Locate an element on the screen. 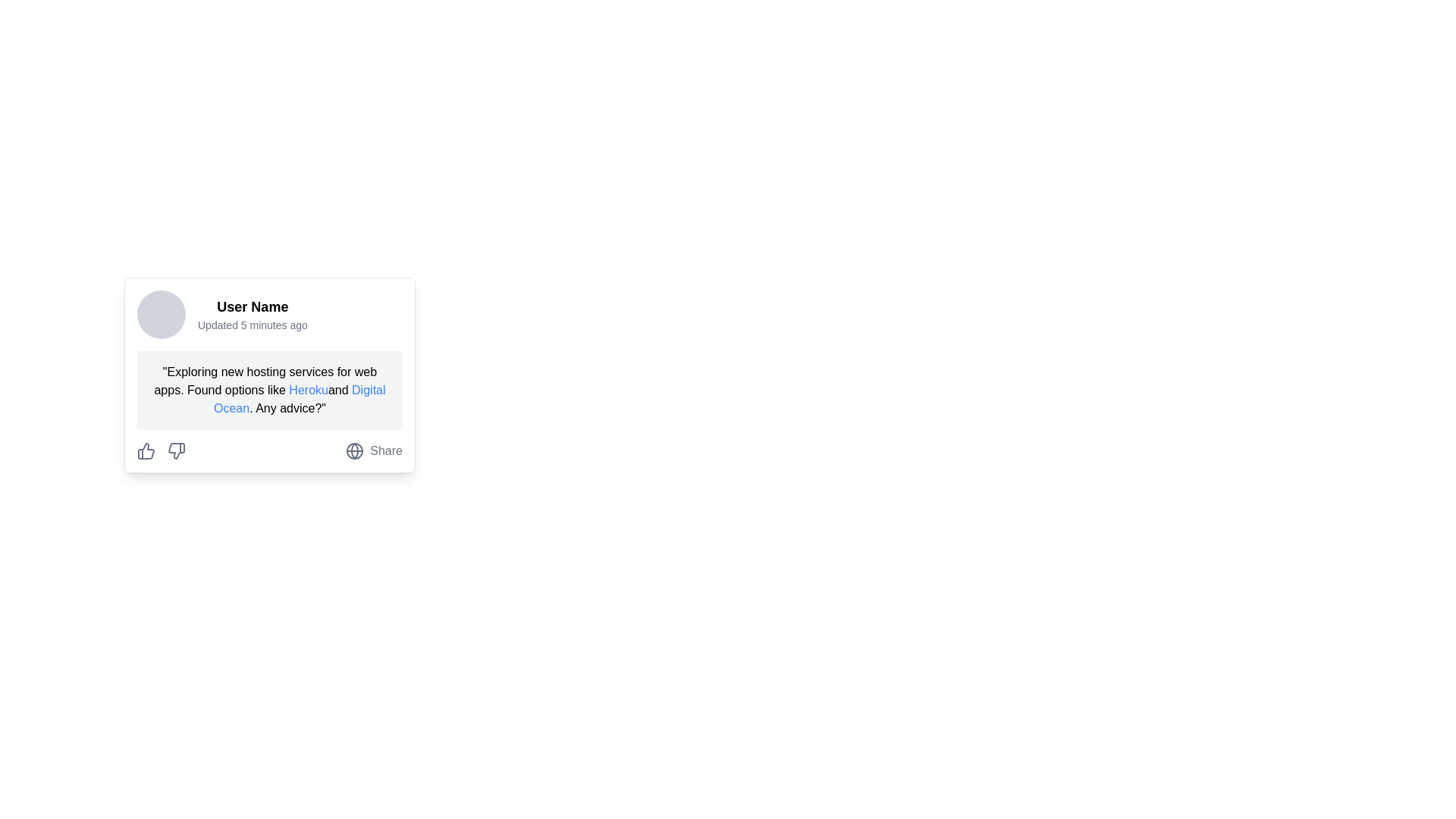 Image resolution: width=1456 pixels, height=819 pixels. the sharing icon located at the lower-right corner of the card, preceding the 'Share' label is located at coordinates (354, 450).